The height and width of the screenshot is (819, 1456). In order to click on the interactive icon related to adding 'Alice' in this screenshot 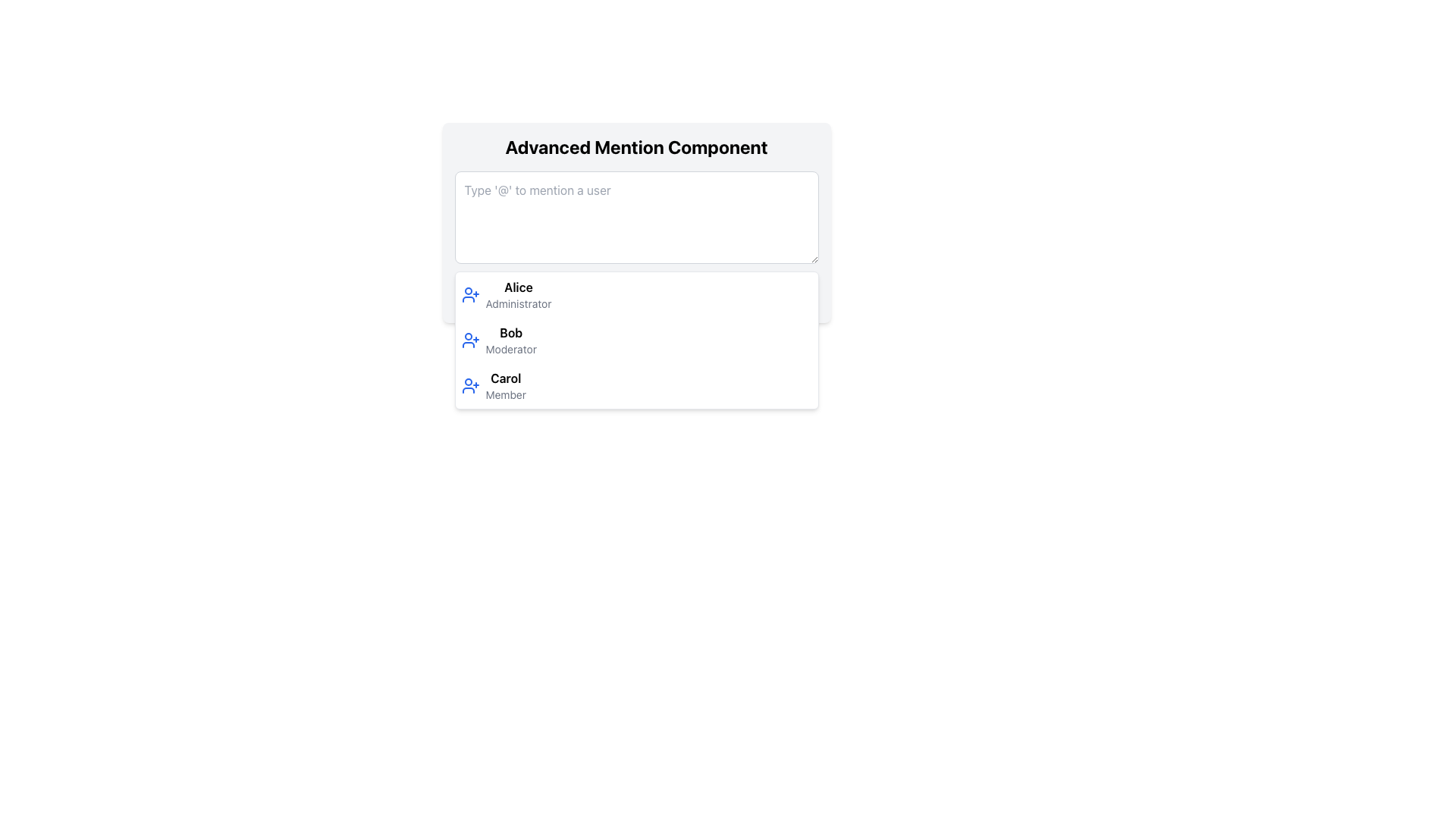, I will do `click(469, 295)`.